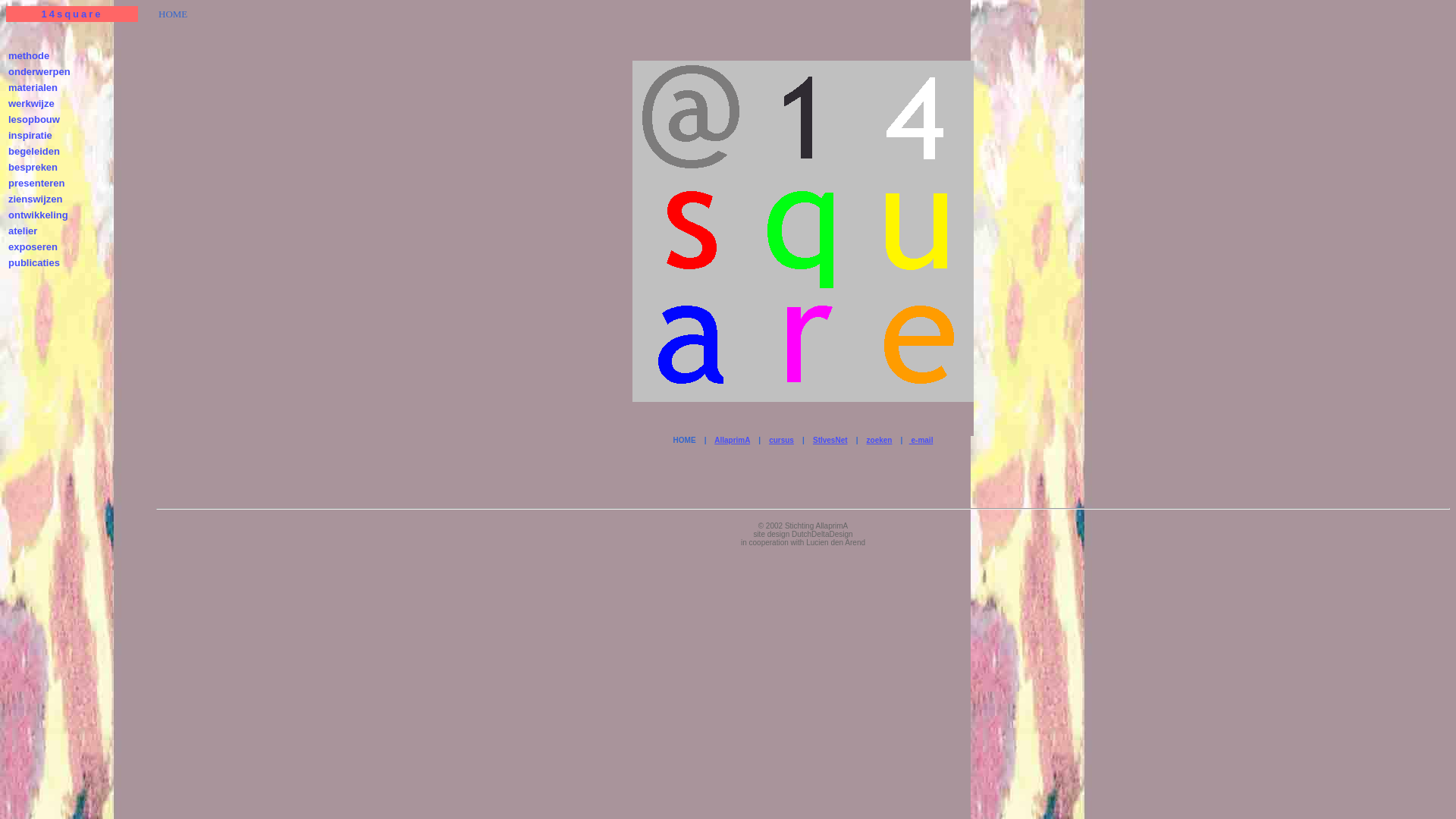  Describe the element at coordinates (36, 198) in the screenshot. I see `'zienswijzen'` at that location.